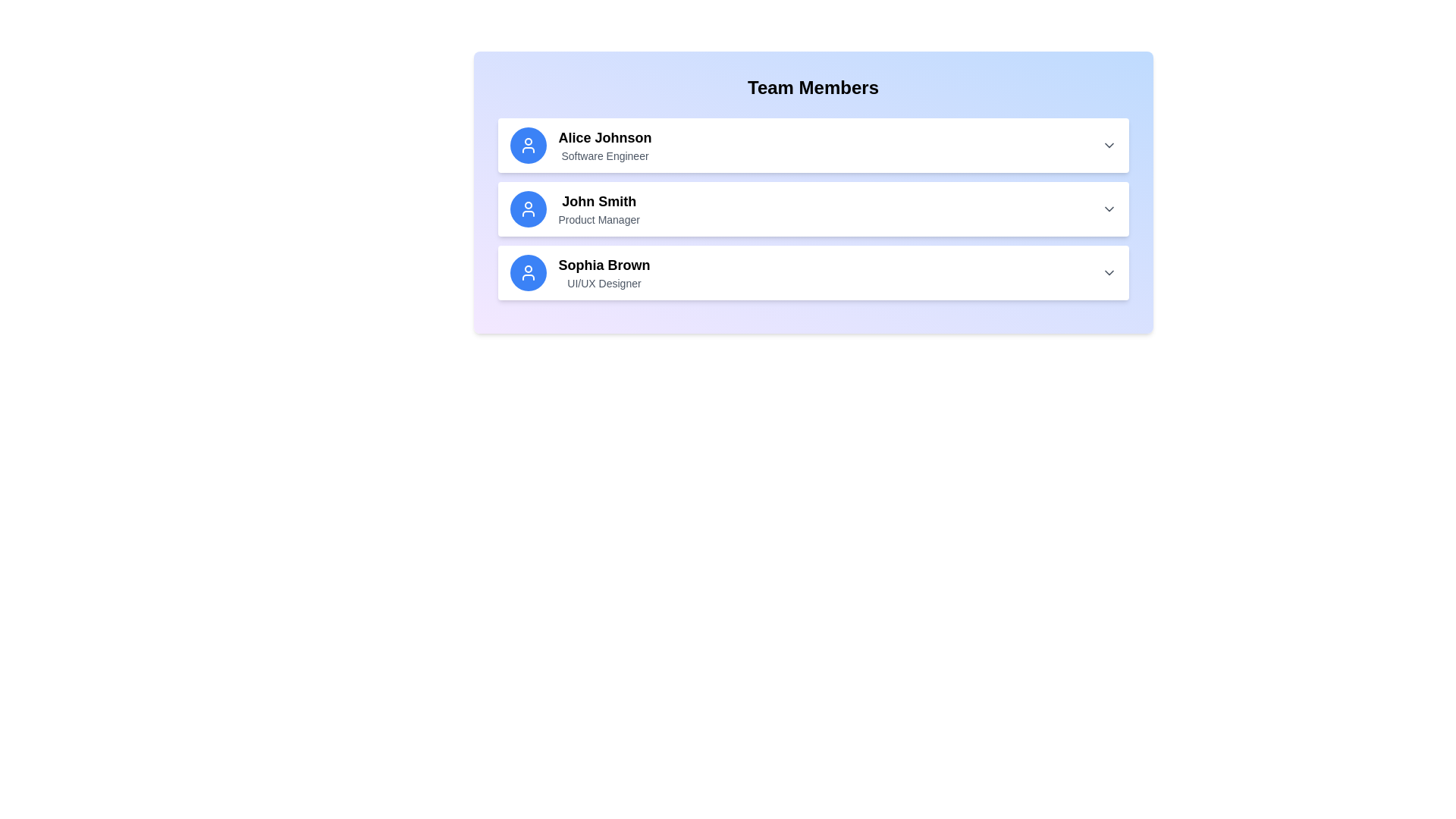  I want to click on the text label displaying 'UI/UX Designer', which is styled in gray and positioned below 'Sophia Brown' in the Team Members list, so click(603, 284).